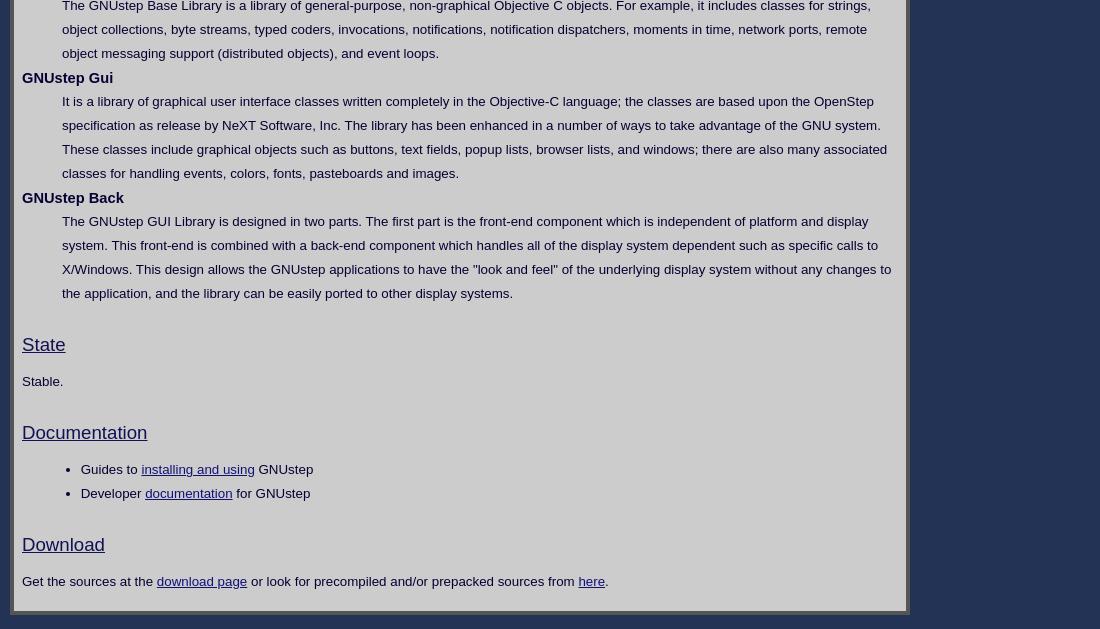 The image size is (1100, 629). What do you see at coordinates (412, 580) in the screenshot?
I see `'or look for
precompiled and/or prepacked sources from'` at bounding box center [412, 580].